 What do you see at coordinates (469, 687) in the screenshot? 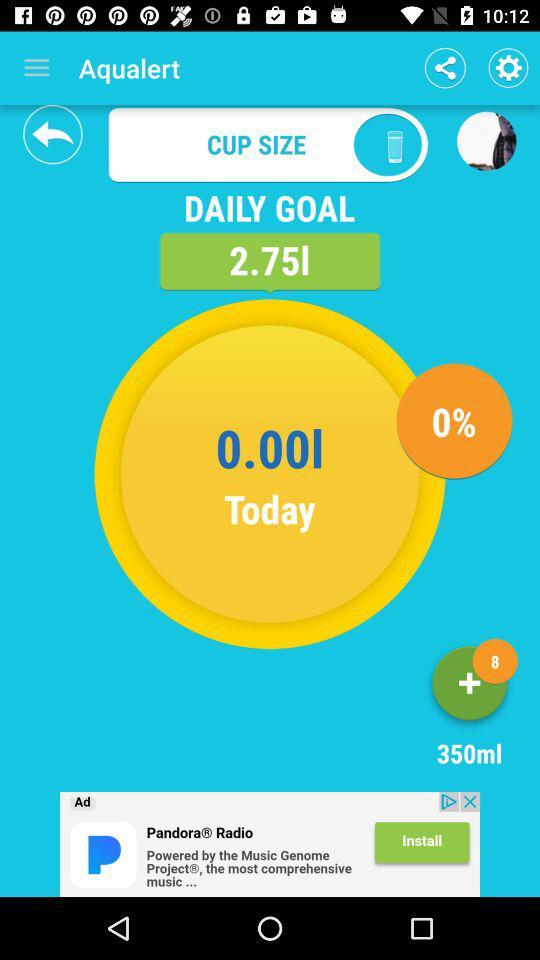
I see `the add icon` at bounding box center [469, 687].